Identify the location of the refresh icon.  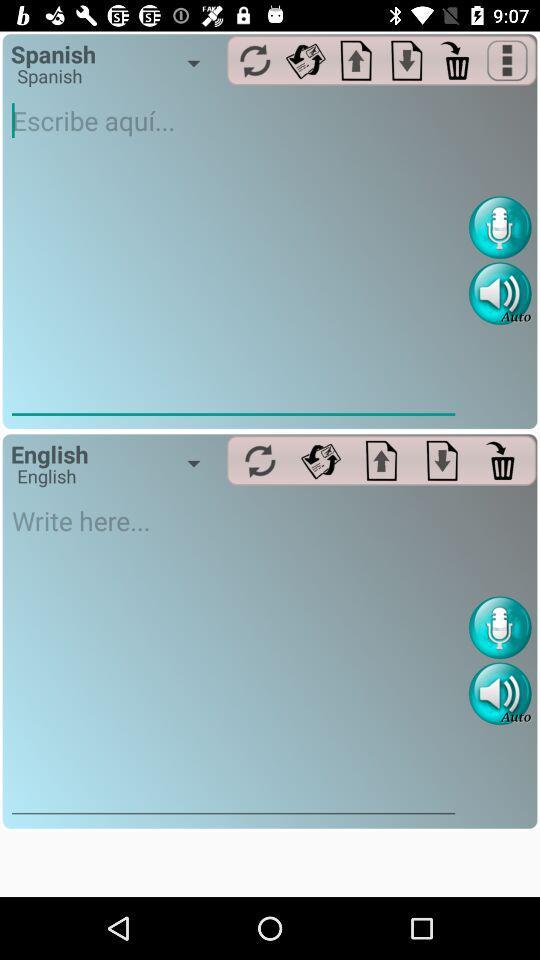
(255, 59).